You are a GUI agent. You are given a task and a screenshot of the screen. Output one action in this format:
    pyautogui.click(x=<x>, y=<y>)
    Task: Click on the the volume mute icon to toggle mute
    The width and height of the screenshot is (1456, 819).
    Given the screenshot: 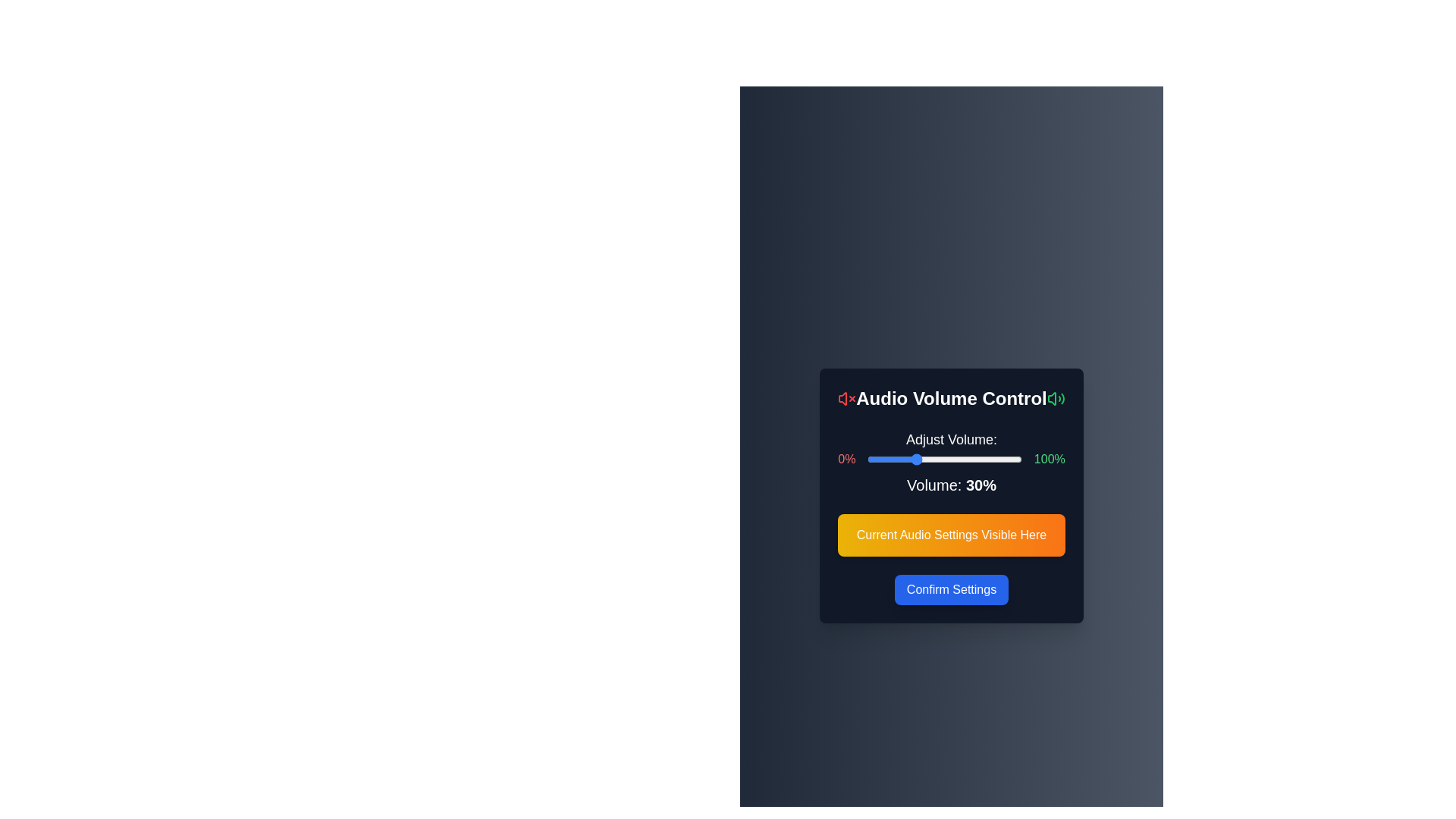 What is the action you would take?
    pyautogui.click(x=846, y=397)
    